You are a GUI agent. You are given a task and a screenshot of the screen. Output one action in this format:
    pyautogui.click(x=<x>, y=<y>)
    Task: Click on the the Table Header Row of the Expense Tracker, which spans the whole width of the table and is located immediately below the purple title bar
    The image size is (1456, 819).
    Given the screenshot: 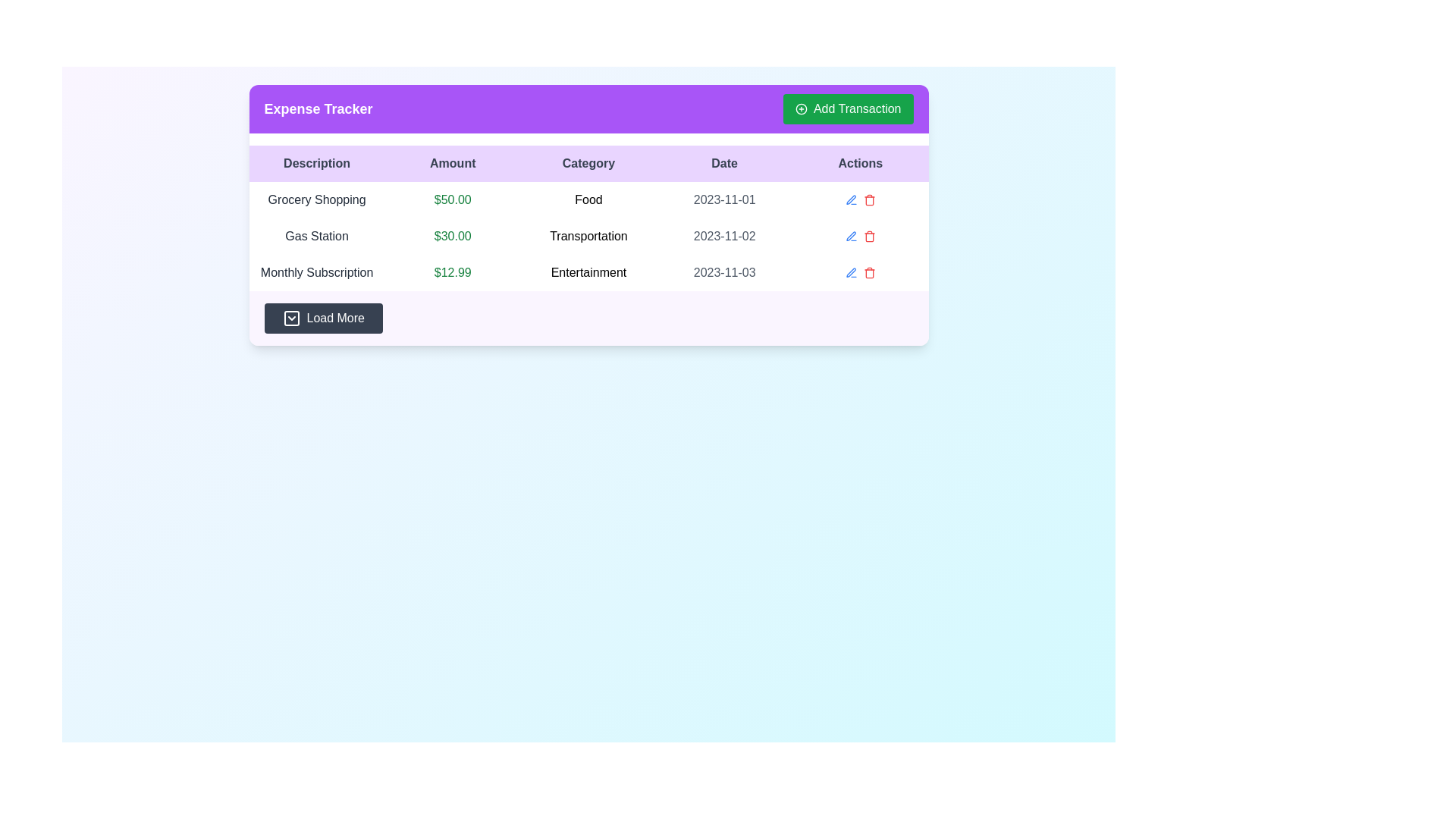 What is the action you would take?
    pyautogui.click(x=588, y=164)
    